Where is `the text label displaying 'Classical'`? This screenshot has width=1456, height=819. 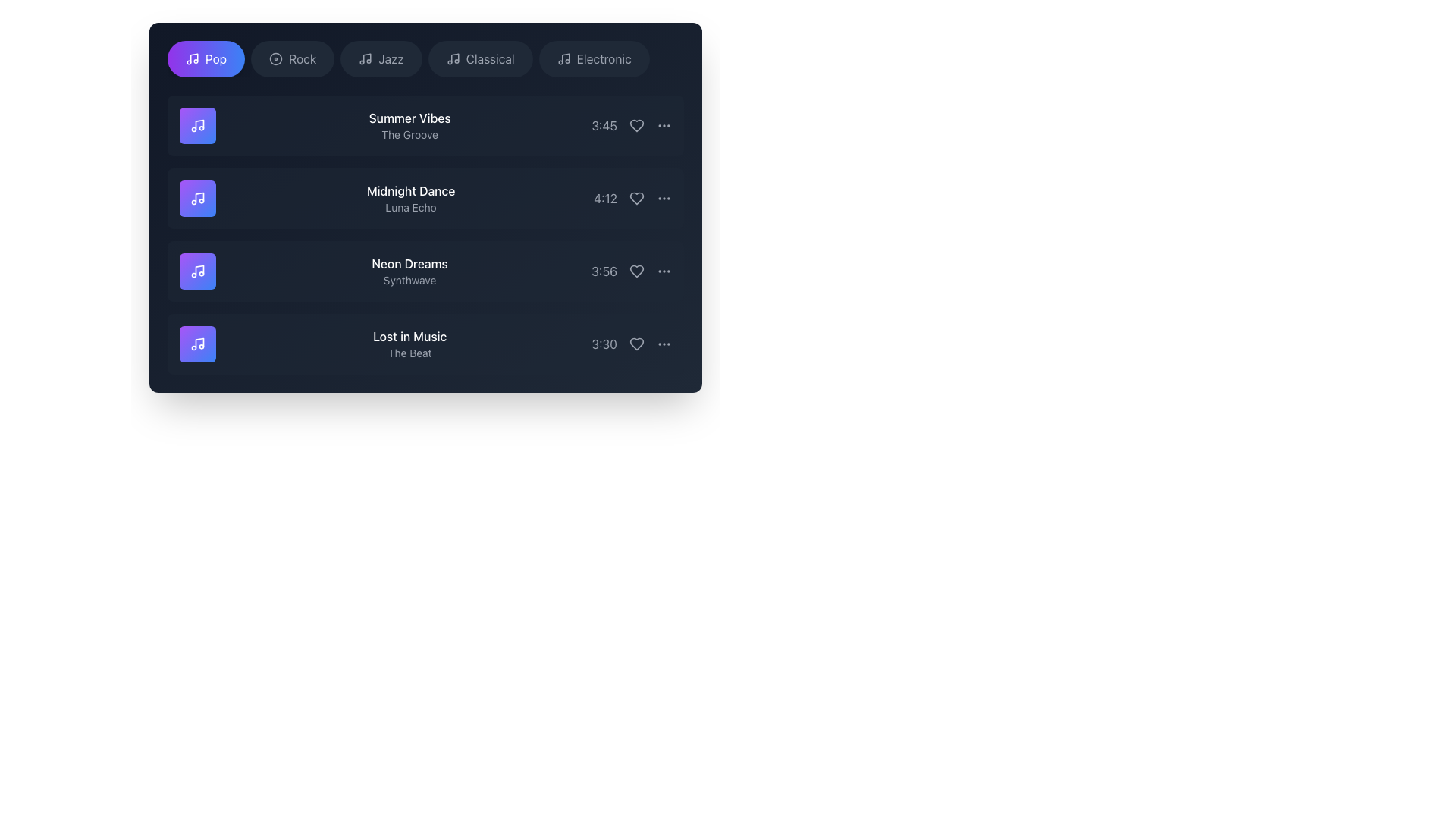
the text label displaying 'Classical' is located at coordinates (490, 58).